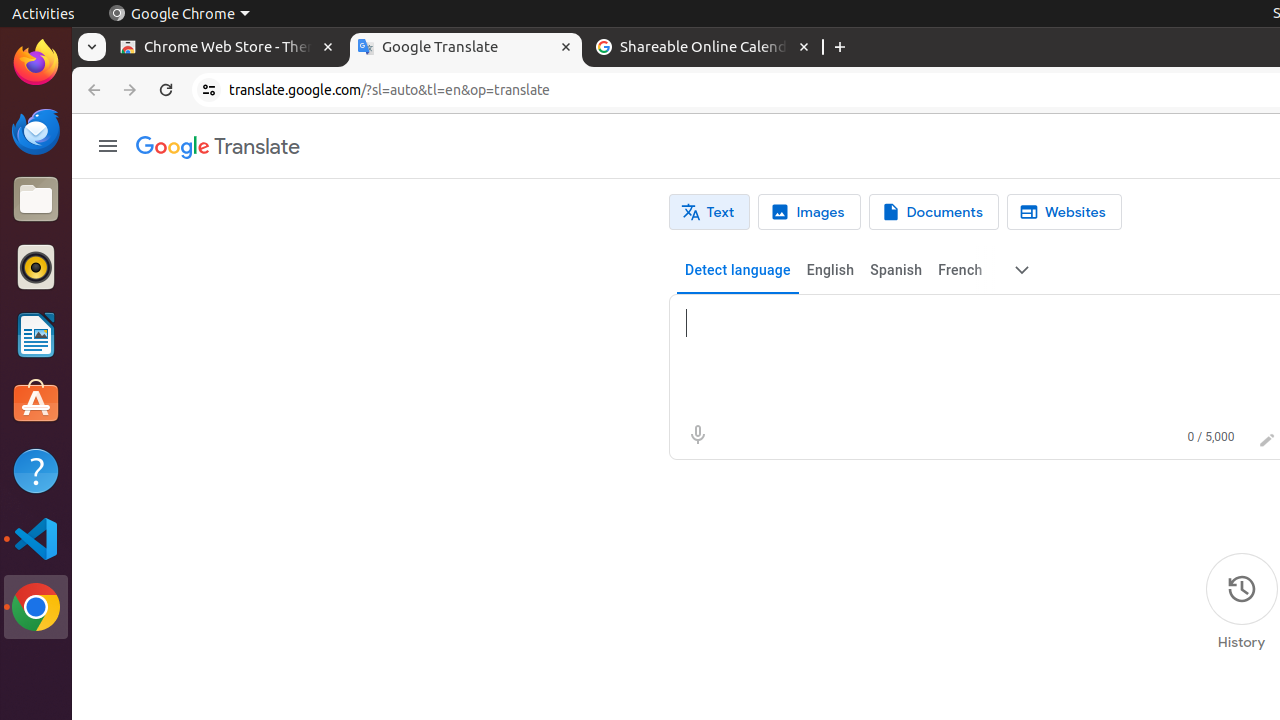  What do you see at coordinates (35, 471) in the screenshot?
I see `'Help'` at bounding box center [35, 471].